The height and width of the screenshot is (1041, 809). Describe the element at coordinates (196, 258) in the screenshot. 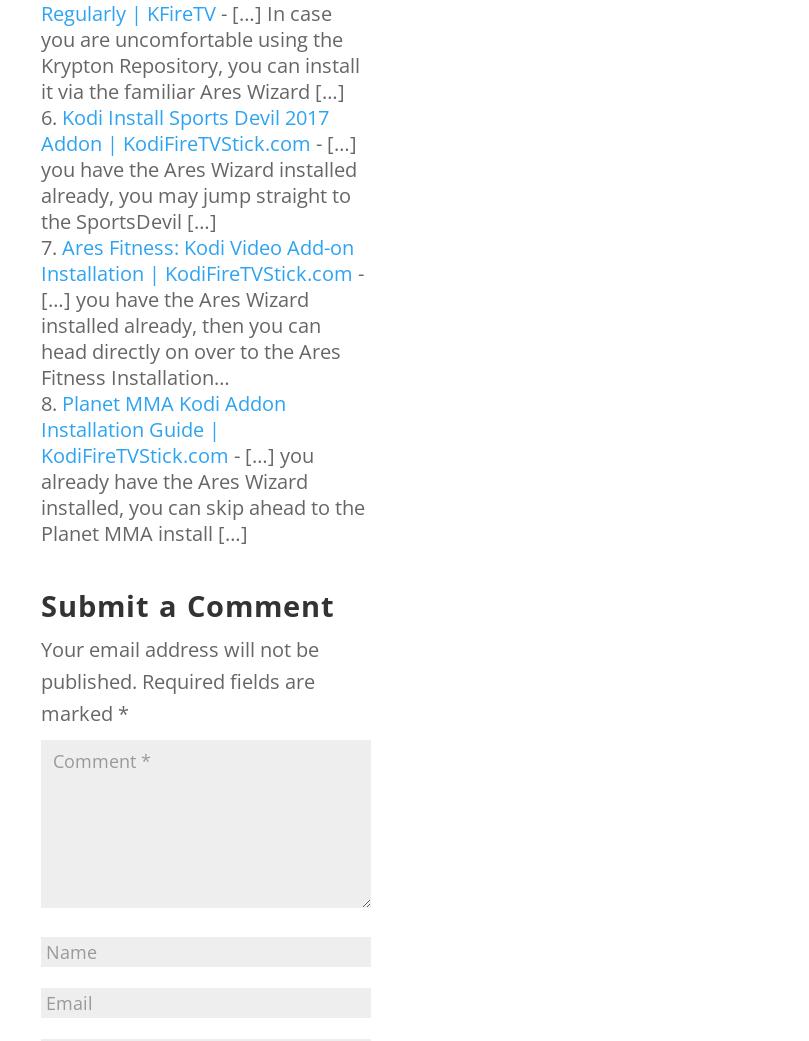

I see `'Ares Fitness: Kodi Video Add-on Installation | KodiFireTVStick.com'` at that location.